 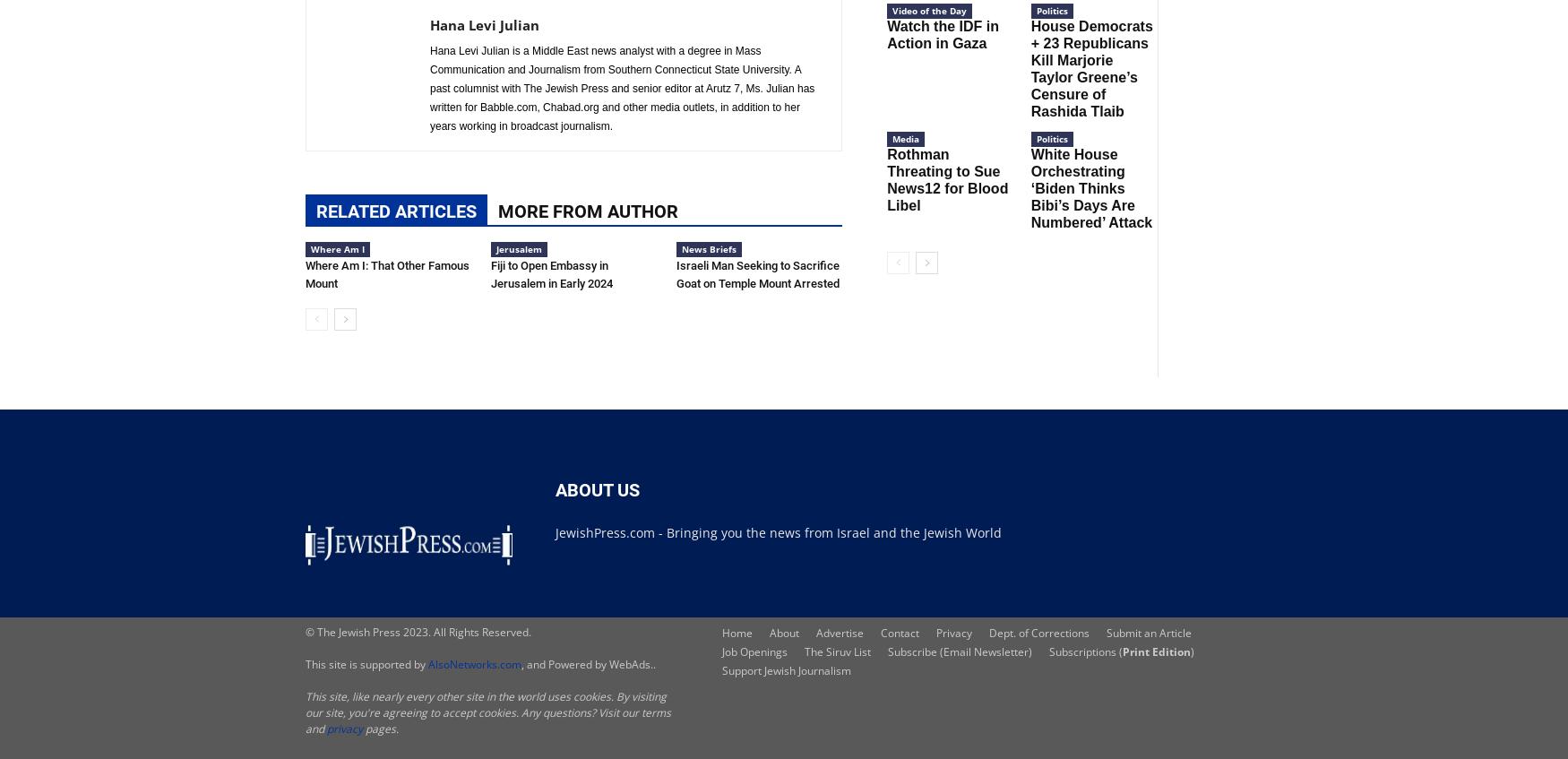 I want to click on 'RELATED ARTICLES', so click(x=396, y=210).